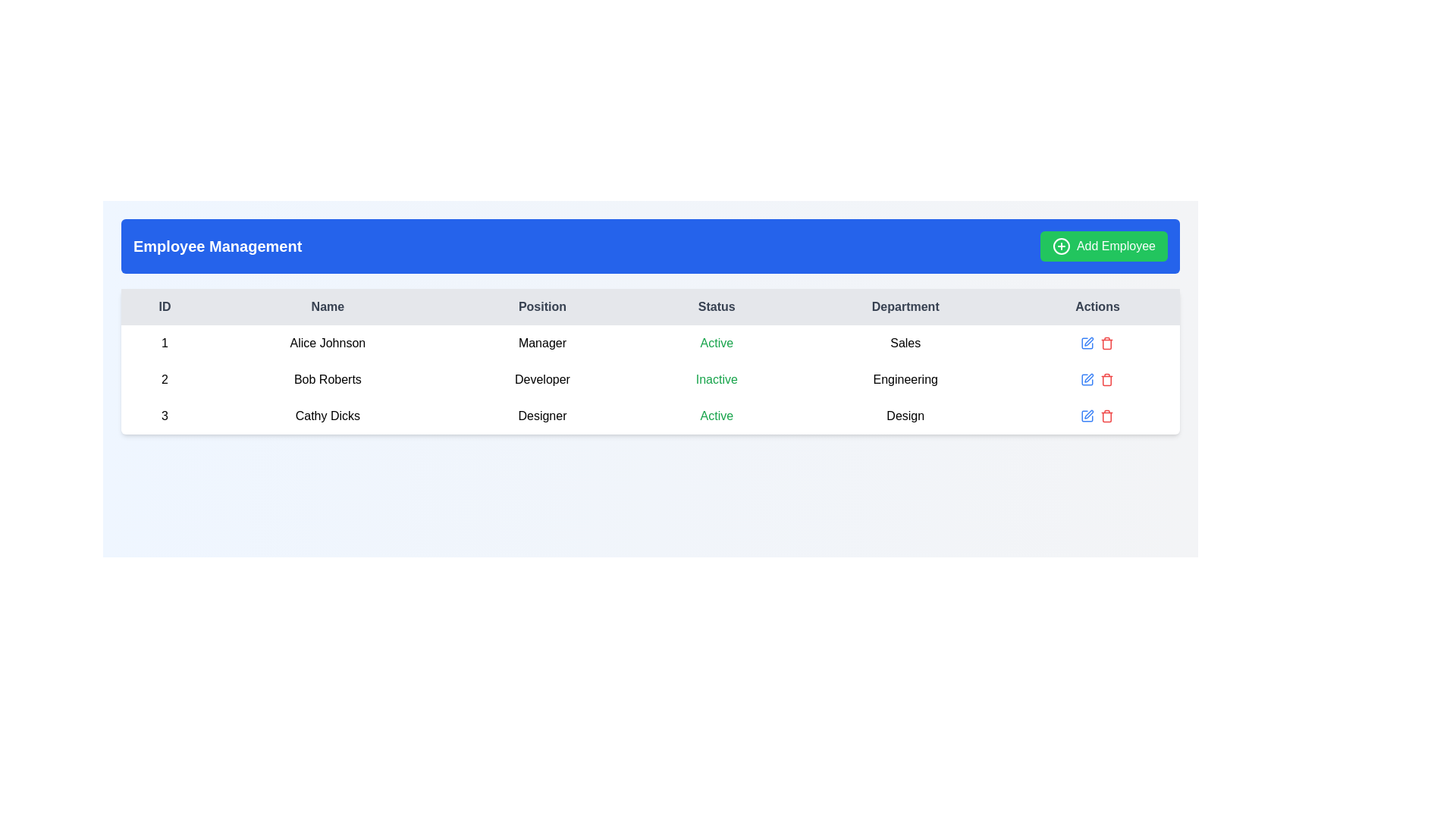 The image size is (1456, 819). I want to click on the static text label header indicating names of individuals or items, located in the second column of the table's header row, so click(327, 307).